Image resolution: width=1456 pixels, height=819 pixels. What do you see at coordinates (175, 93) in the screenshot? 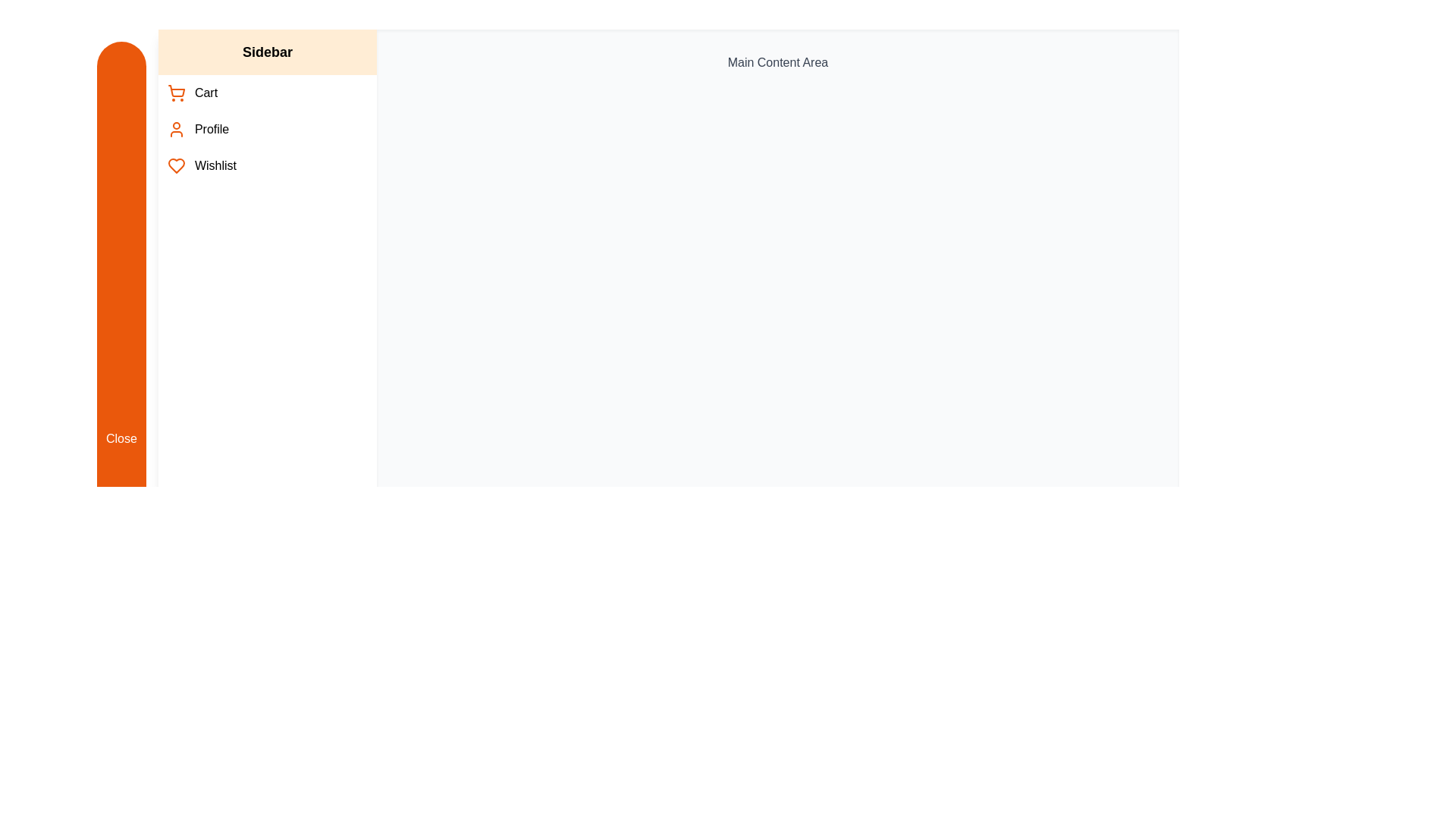
I see `the icon next to Cart in the sidebar` at bounding box center [175, 93].